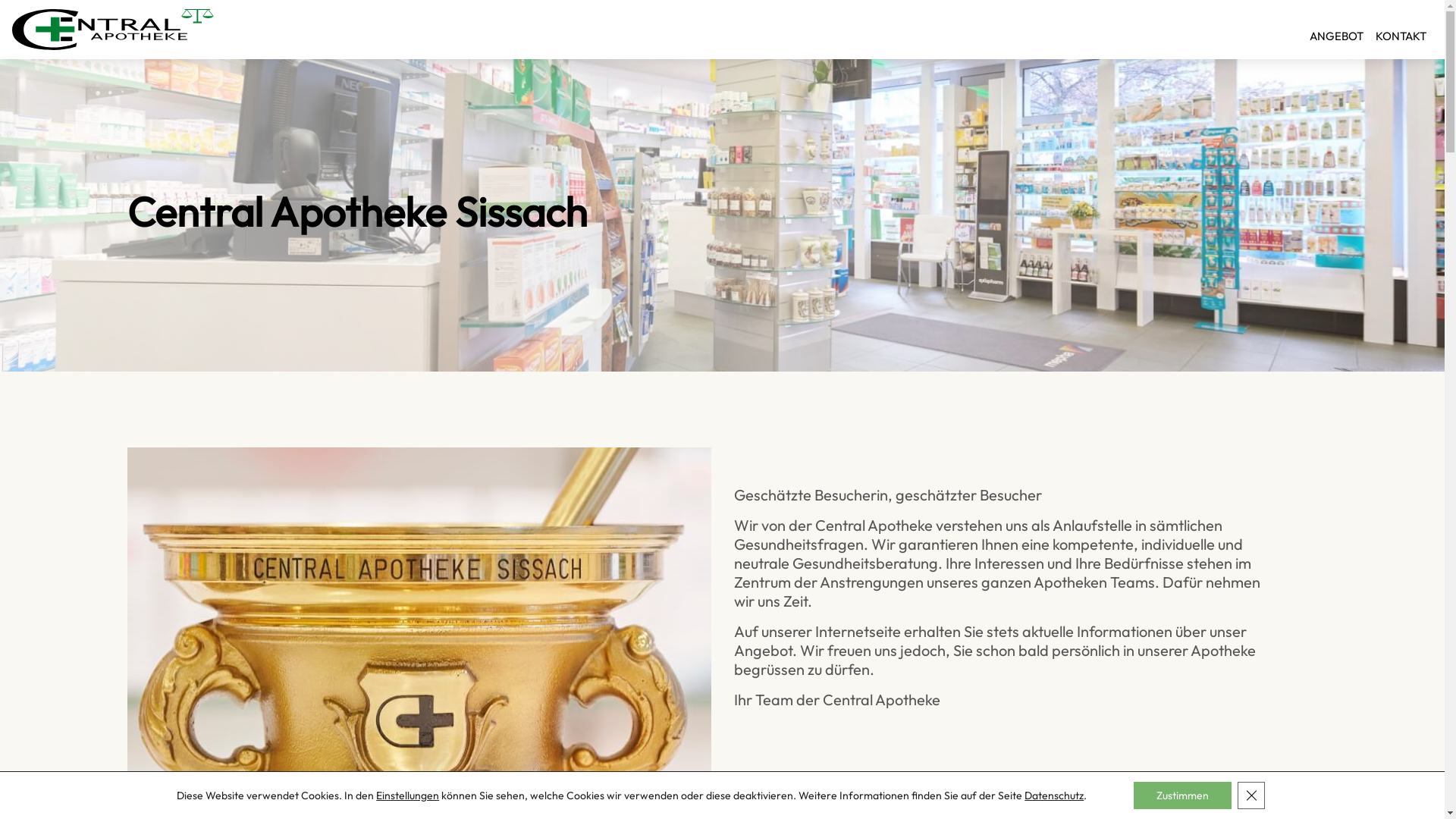 The image size is (1456, 819). I want to click on 'ANGEBOT', so click(1336, 29).